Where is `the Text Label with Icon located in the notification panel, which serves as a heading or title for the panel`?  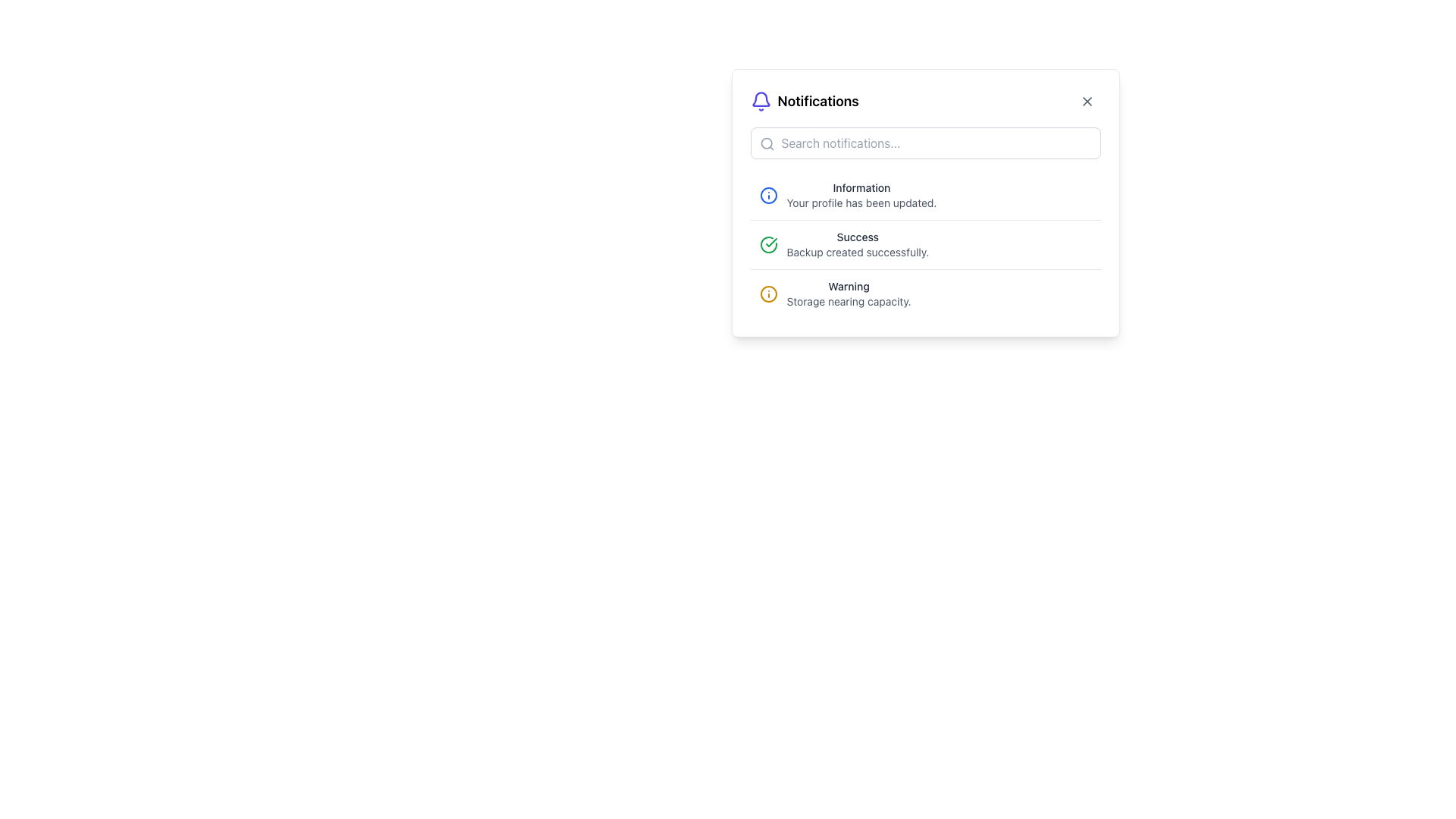 the Text Label with Icon located in the notification panel, which serves as a heading or title for the panel is located at coordinates (804, 102).